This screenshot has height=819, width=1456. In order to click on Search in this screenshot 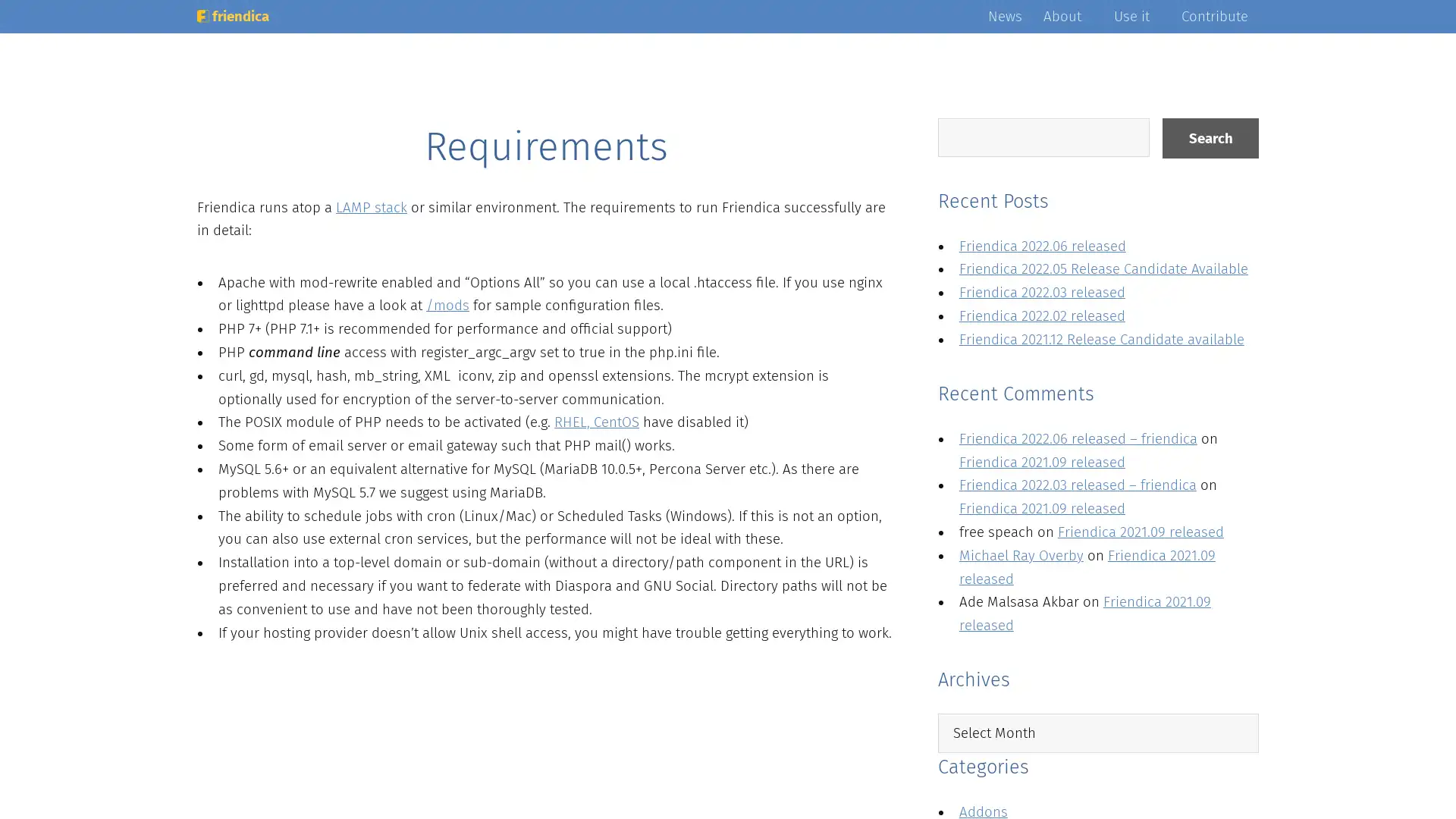, I will do `click(1210, 138)`.